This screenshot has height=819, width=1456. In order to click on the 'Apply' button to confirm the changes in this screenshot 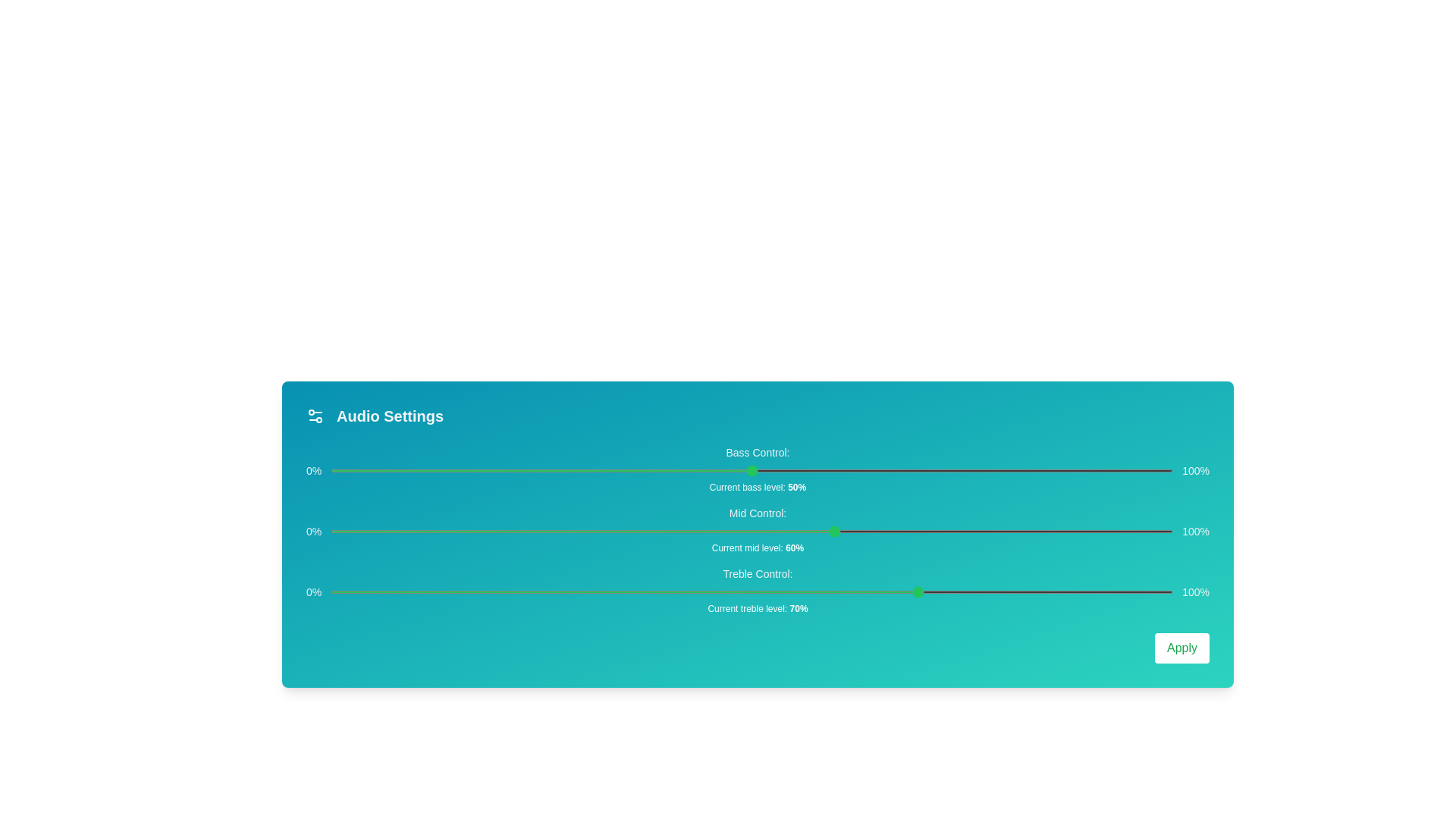, I will do `click(1181, 648)`.